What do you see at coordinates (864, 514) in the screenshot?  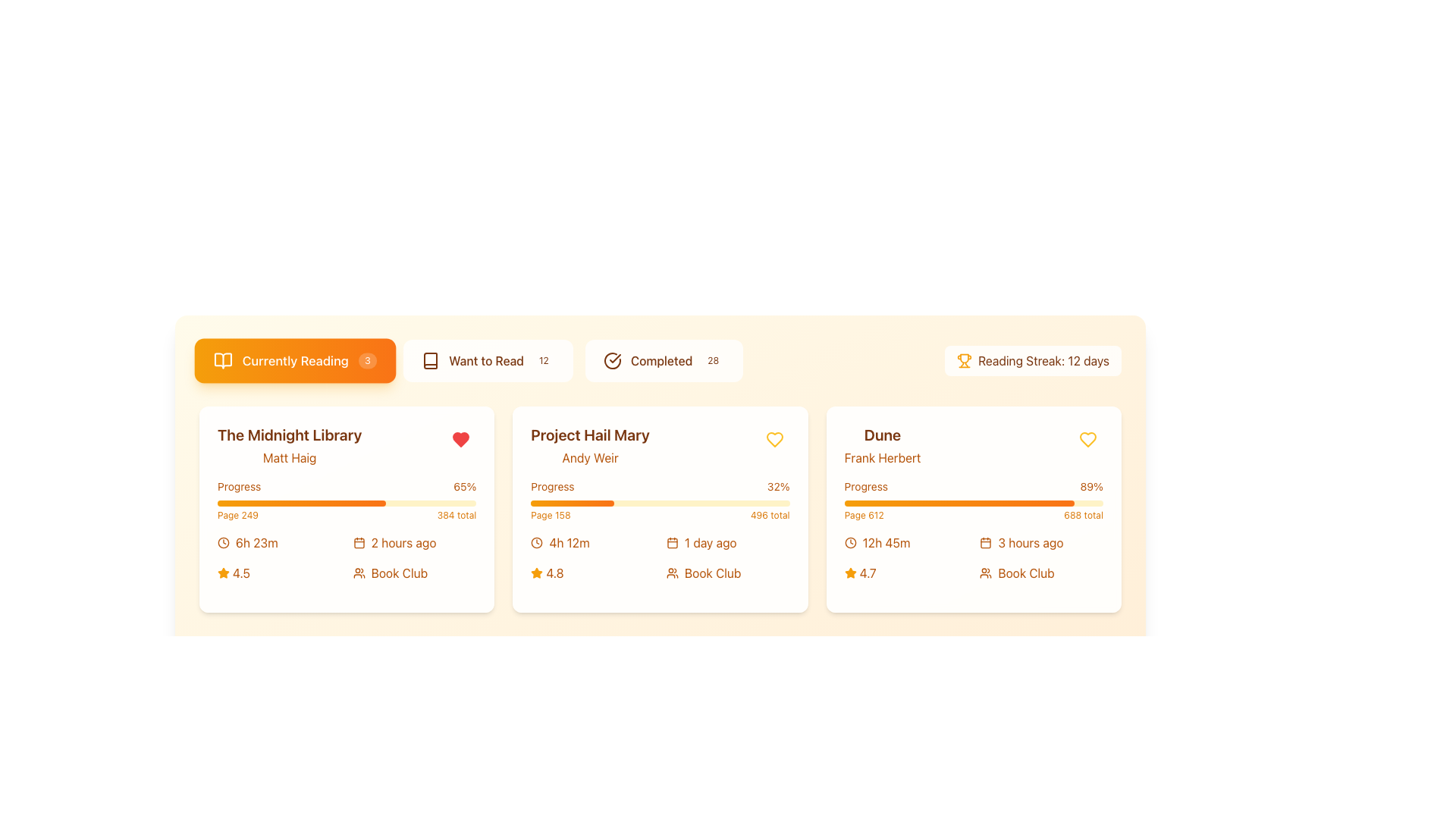 I see `the static text indicating the current page number in the book 'Dune', located on the bottom-right card in the progress section, to the left of the progress bar` at bounding box center [864, 514].